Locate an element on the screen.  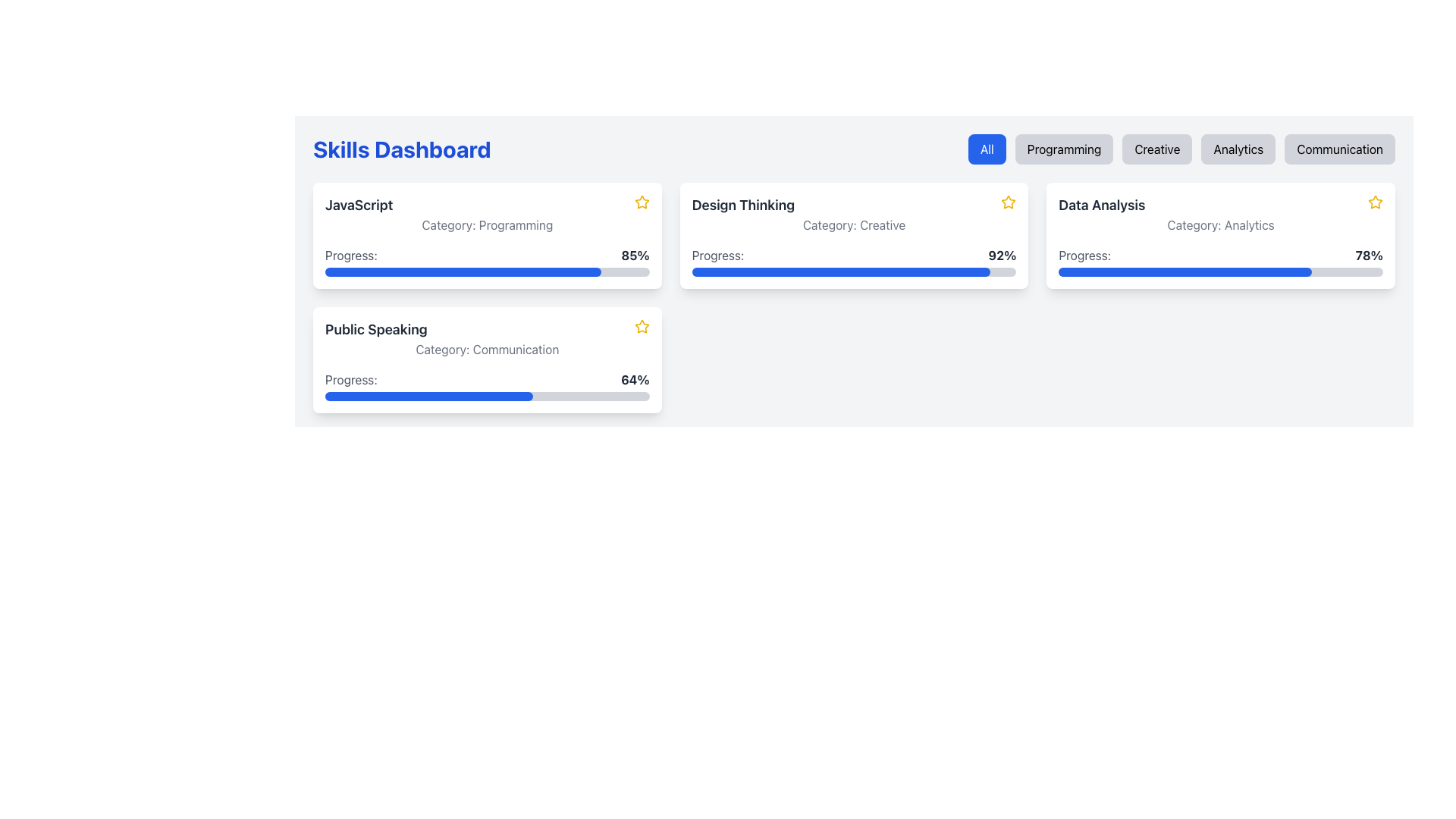
details about the Design Thinking skill displayed in the Card element located in the second column of the grid layout, positioned between the 'JavaScript' and 'Data Analysis' cards is located at coordinates (854, 236).